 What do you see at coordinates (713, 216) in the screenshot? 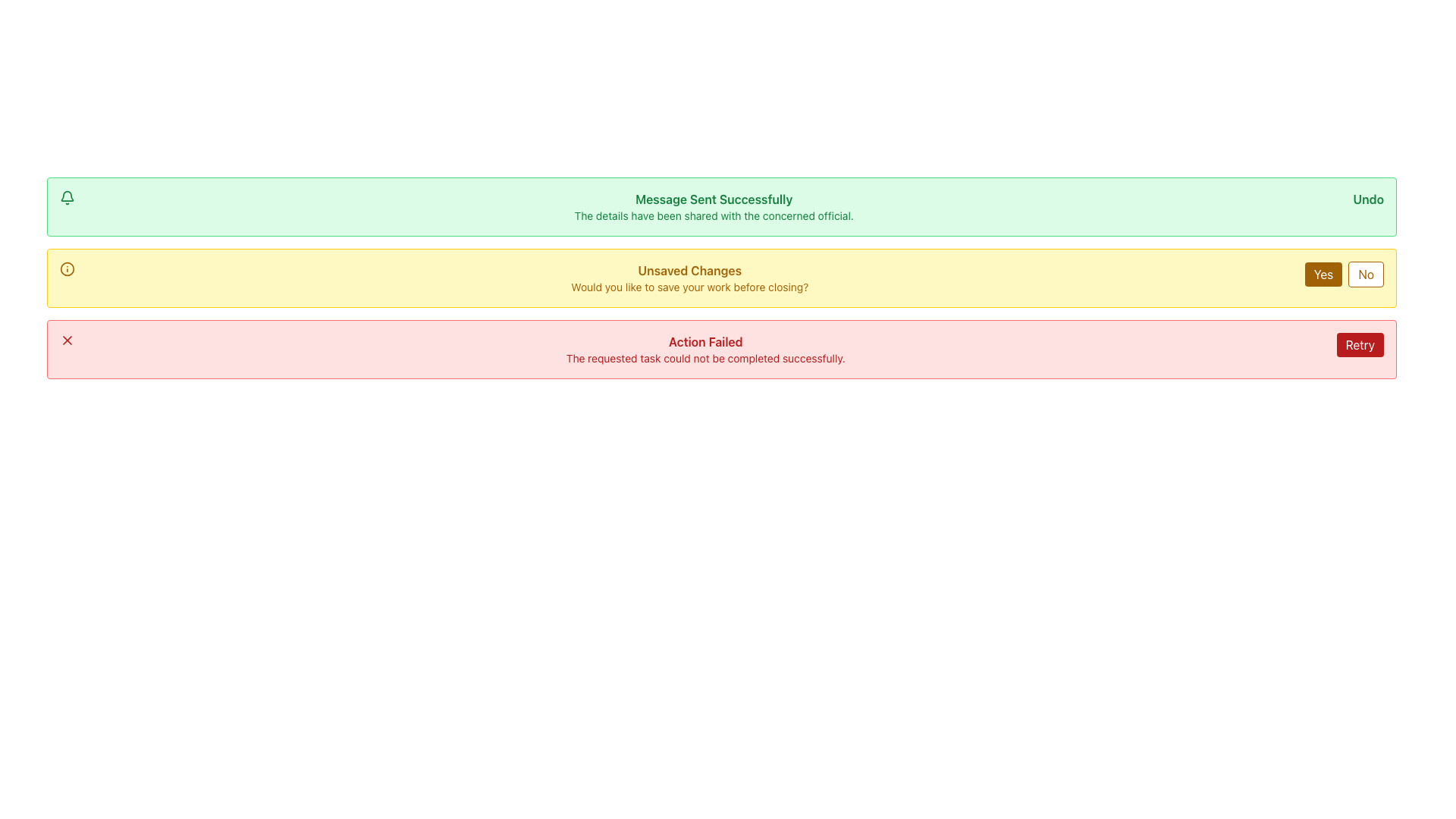
I see `informational text that says 'The details have been shared with the concerned official.' located below the heading 'Message Sent Successfully' in a green notification box` at bounding box center [713, 216].